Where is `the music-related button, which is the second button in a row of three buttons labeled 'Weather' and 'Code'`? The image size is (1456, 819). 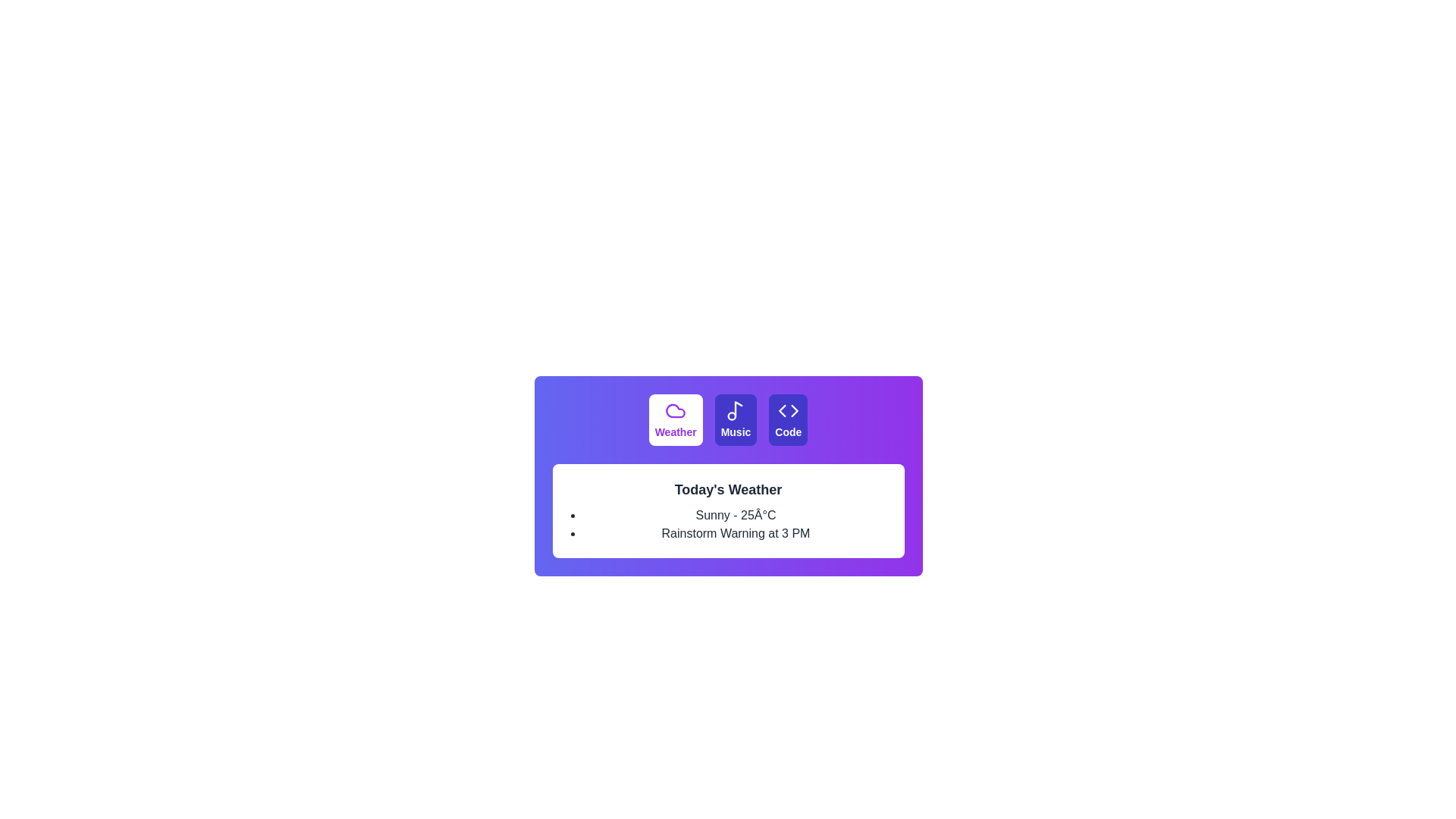
the music-related button, which is the second button in a row of three buttons labeled 'Weather' and 'Code' is located at coordinates (736, 420).